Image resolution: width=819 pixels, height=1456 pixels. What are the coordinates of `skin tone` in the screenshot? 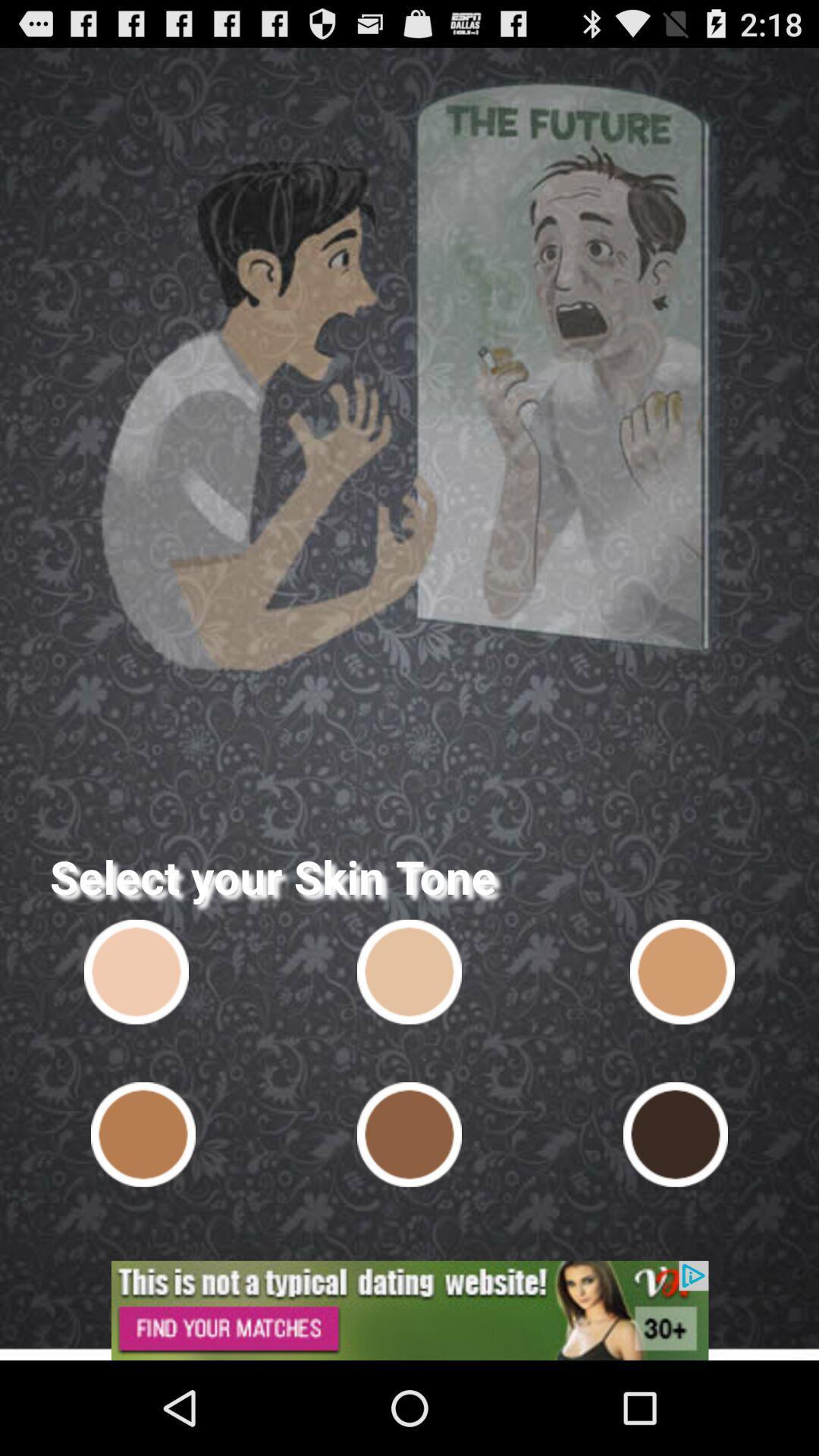 It's located at (681, 971).